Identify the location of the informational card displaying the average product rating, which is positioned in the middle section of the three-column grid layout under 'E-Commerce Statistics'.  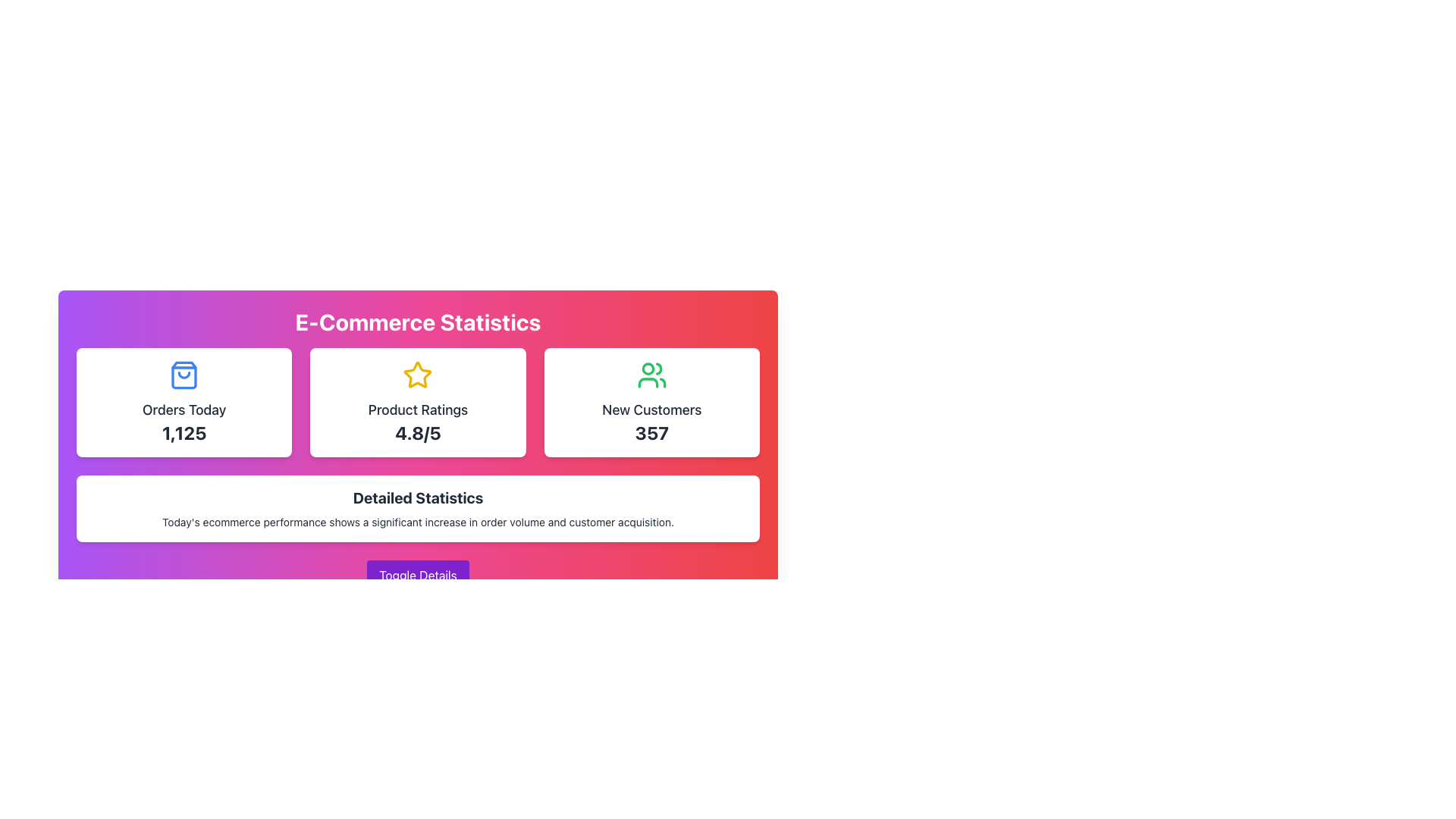
(418, 402).